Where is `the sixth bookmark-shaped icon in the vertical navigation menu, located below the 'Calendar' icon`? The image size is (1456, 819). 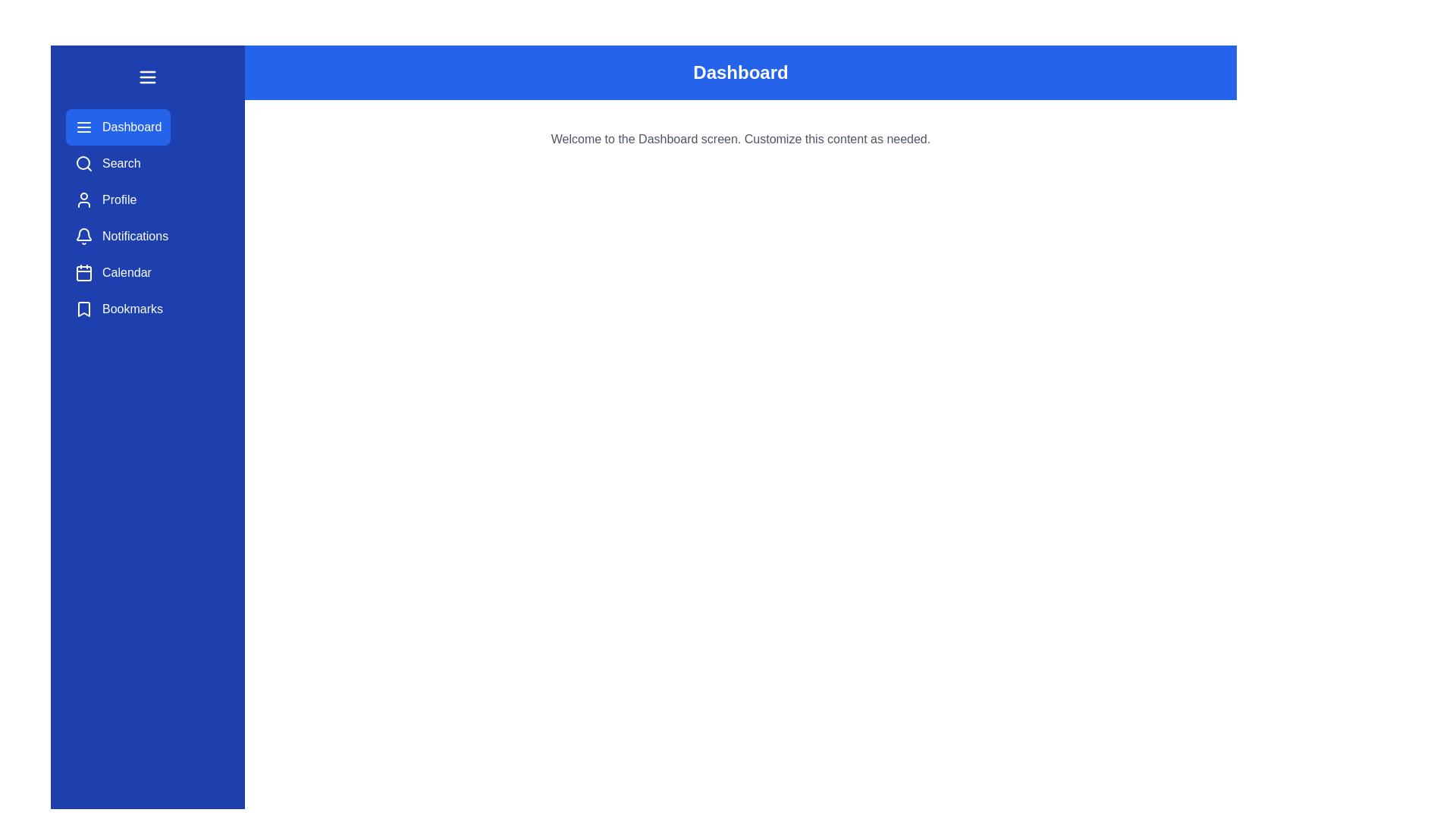 the sixth bookmark-shaped icon in the vertical navigation menu, located below the 'Calendar' icon is located at coordinates (83, 309).